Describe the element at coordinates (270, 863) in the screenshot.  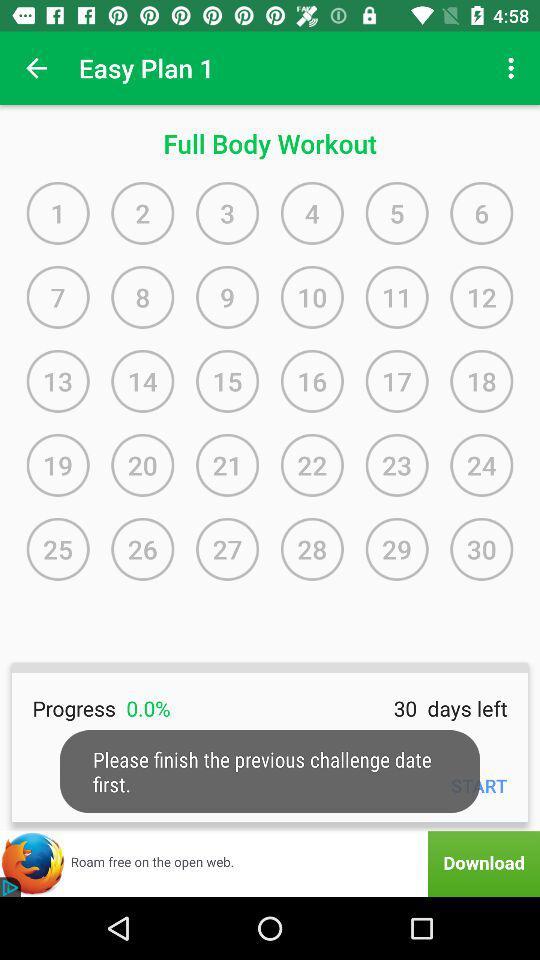
I see `advertisement for firefox` at that location.